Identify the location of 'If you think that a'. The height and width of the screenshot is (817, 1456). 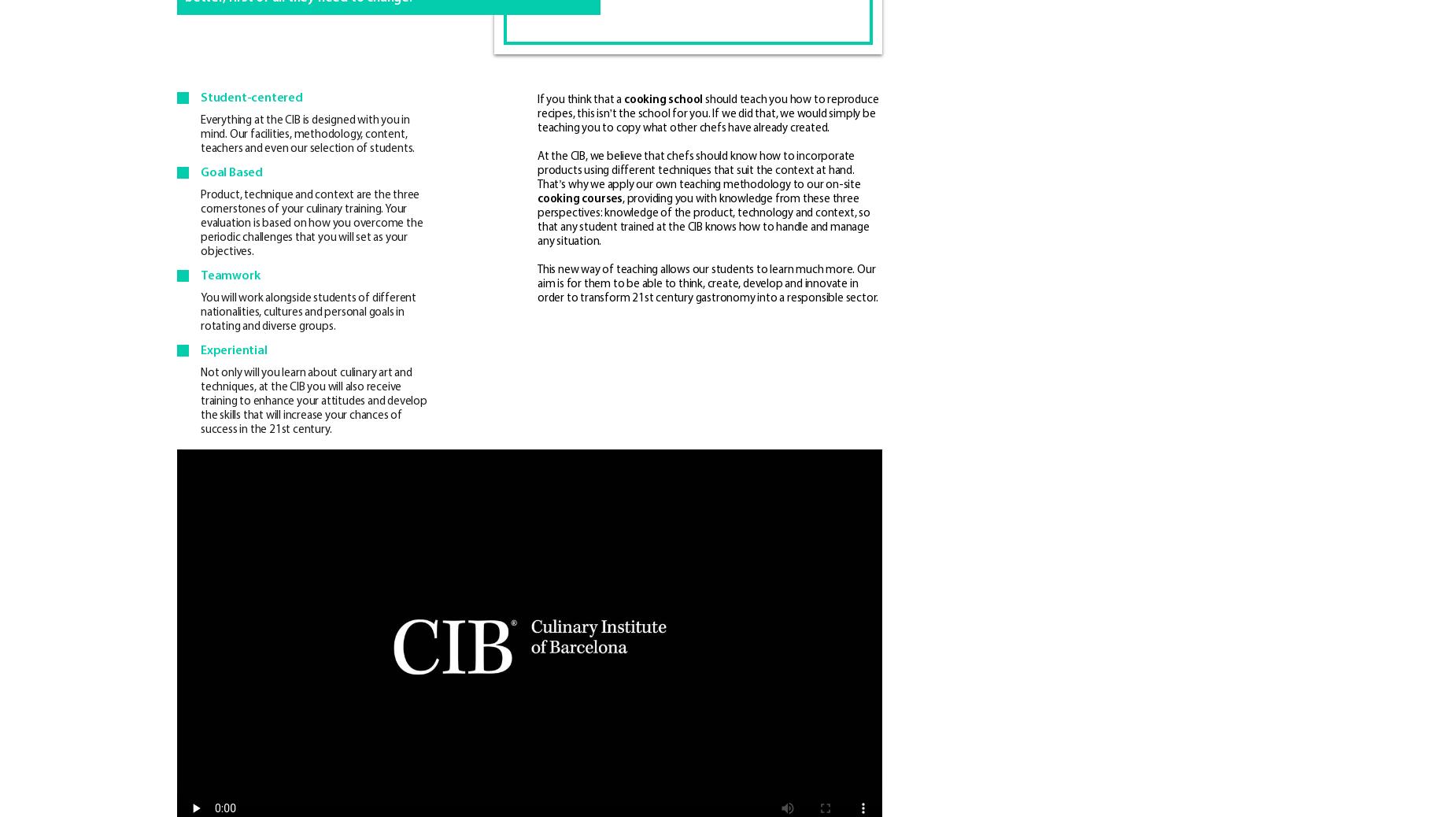
(580, 98).